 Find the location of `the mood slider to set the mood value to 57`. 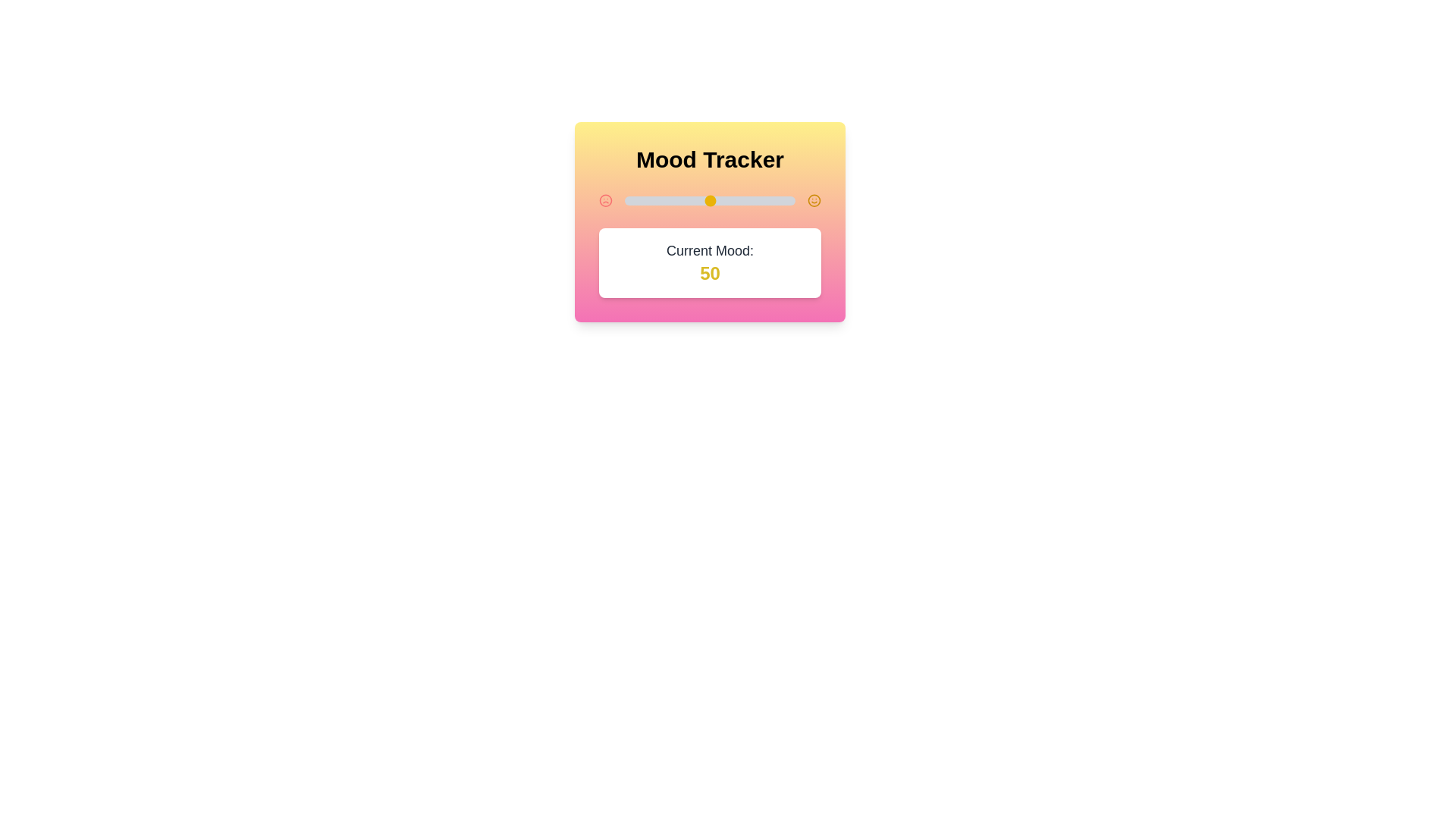

the mood slider to set the mood value to 57 is located at coordinates (721, 200).